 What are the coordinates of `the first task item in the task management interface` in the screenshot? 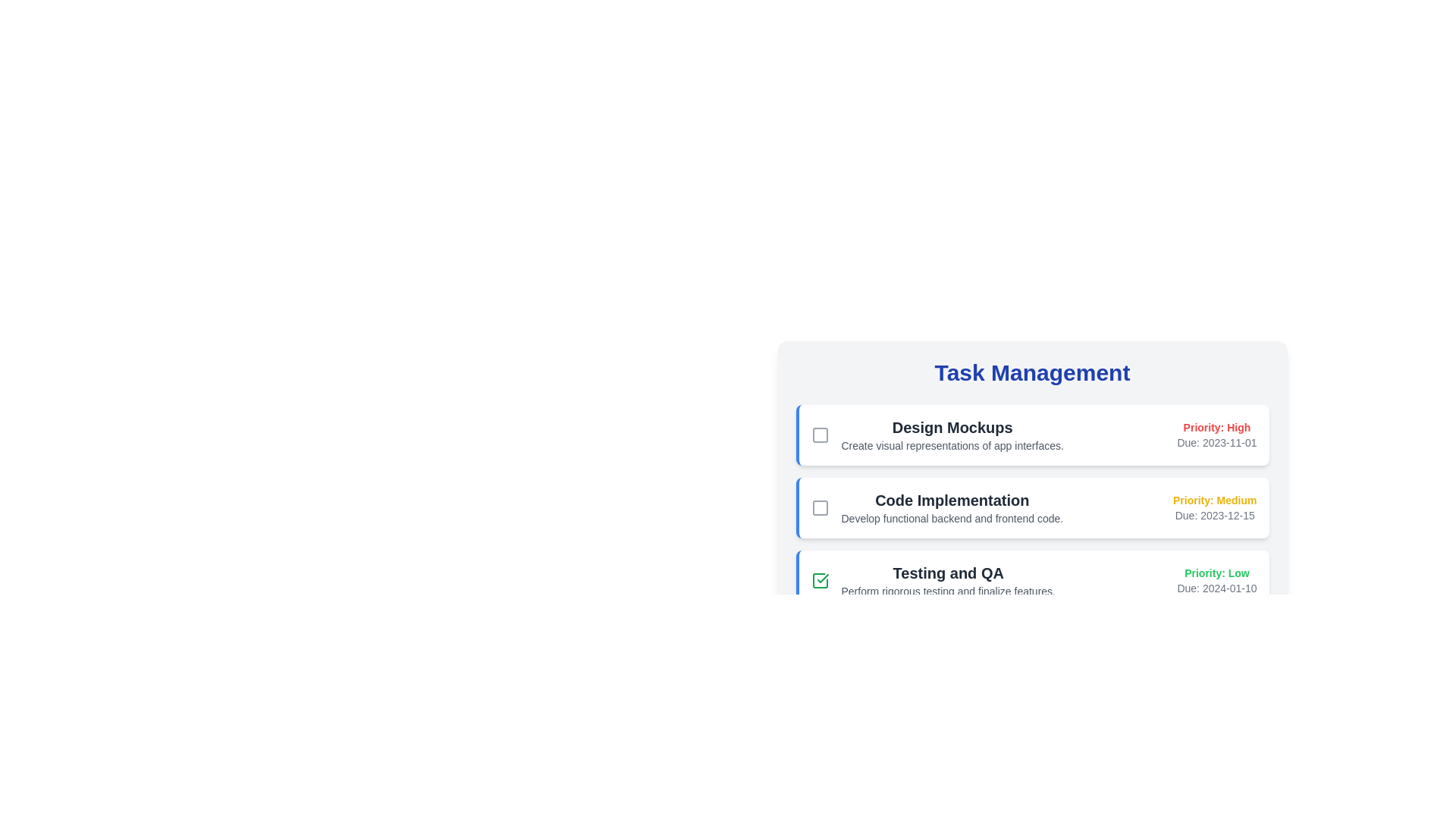 It's located at (1033, 435).